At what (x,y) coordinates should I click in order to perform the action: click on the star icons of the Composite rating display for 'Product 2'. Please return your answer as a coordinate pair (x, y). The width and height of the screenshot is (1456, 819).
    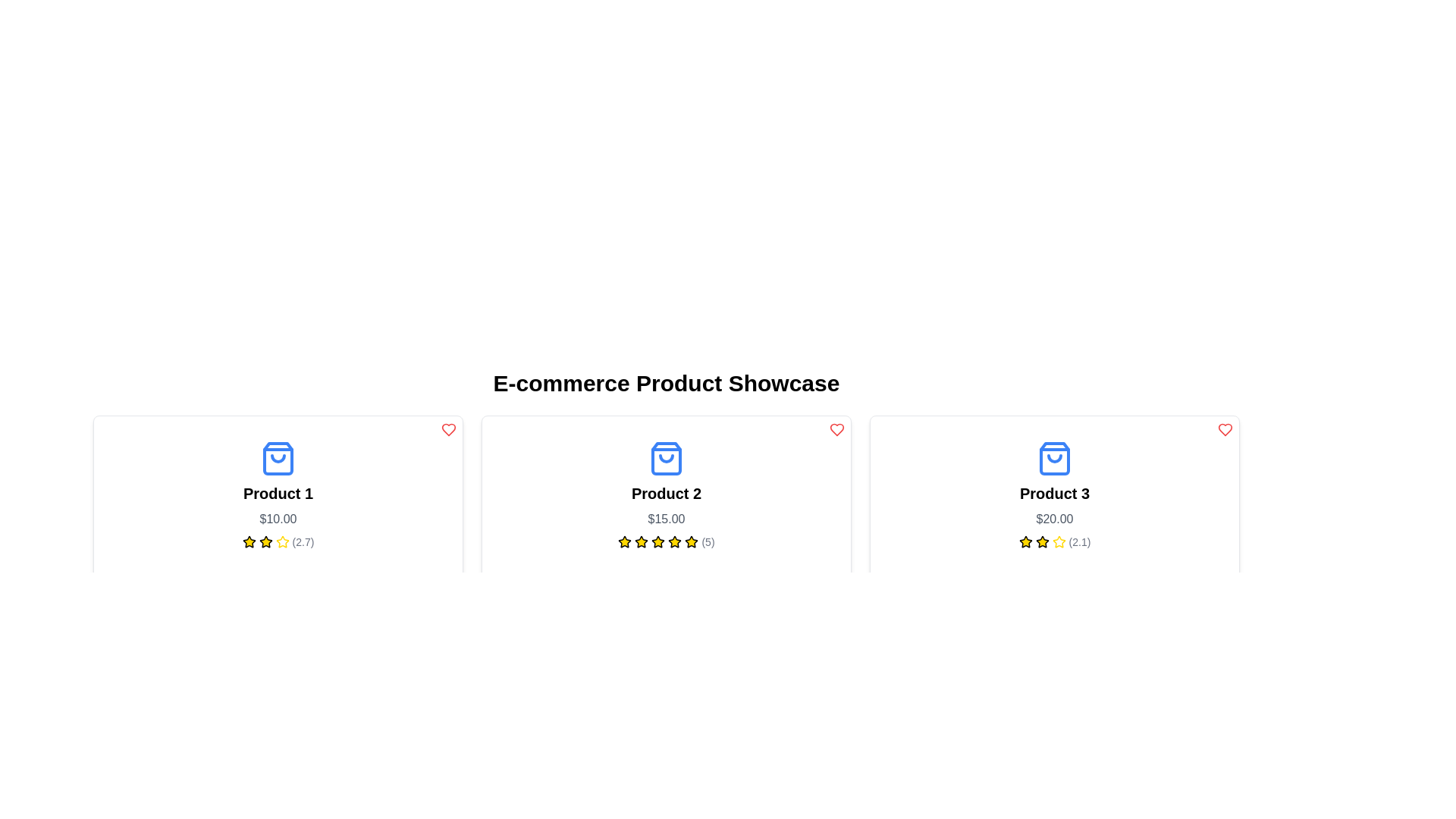
    Looking at the image, I should click on (666, 541).